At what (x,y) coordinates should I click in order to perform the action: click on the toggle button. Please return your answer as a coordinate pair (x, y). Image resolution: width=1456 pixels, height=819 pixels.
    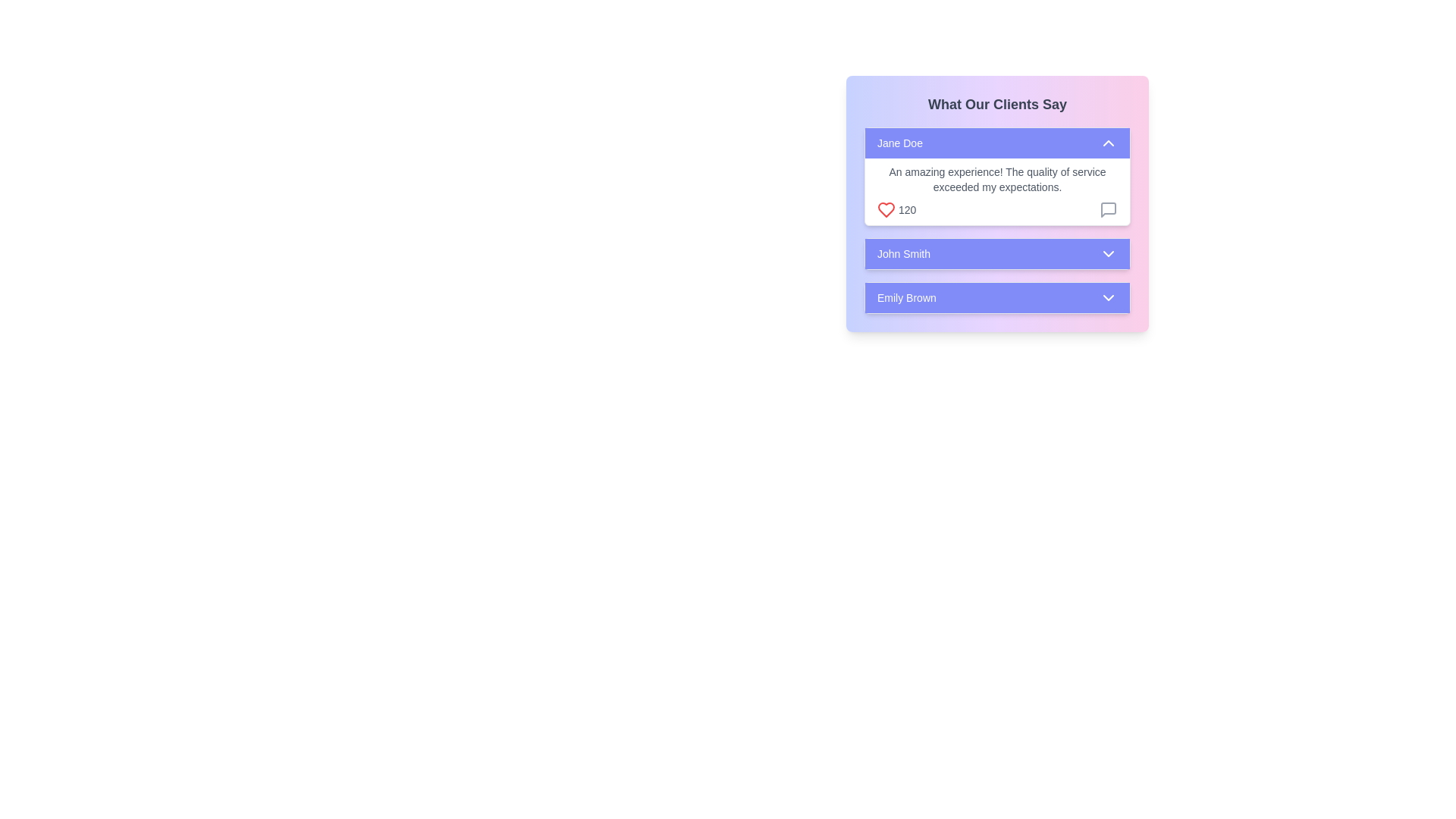
    Looking at the image, I should click on (997, 298).